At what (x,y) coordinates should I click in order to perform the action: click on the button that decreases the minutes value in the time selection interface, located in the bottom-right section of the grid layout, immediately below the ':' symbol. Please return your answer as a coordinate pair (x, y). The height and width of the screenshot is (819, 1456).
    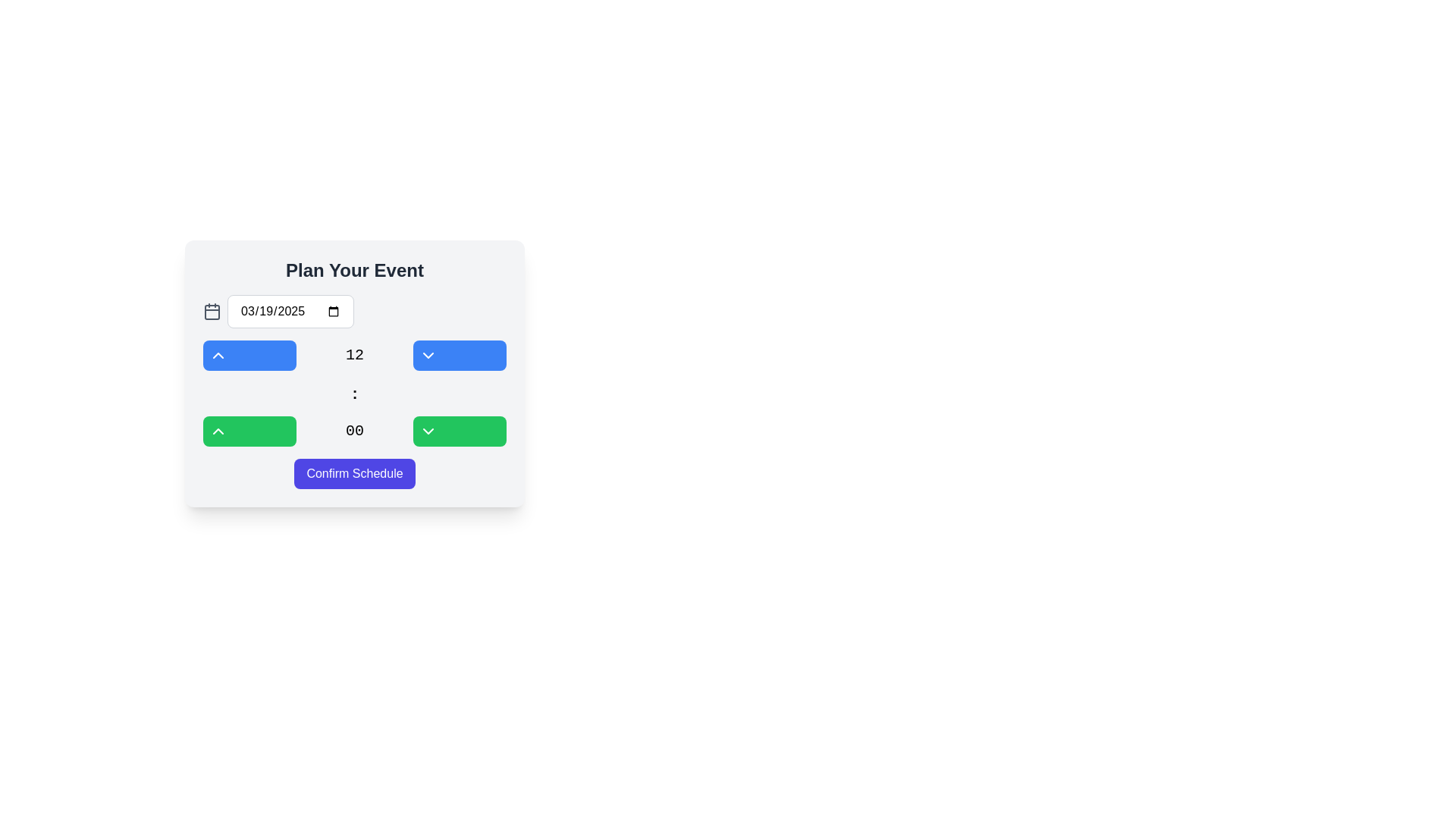
    Looking at the image, I should click on (459, 431).